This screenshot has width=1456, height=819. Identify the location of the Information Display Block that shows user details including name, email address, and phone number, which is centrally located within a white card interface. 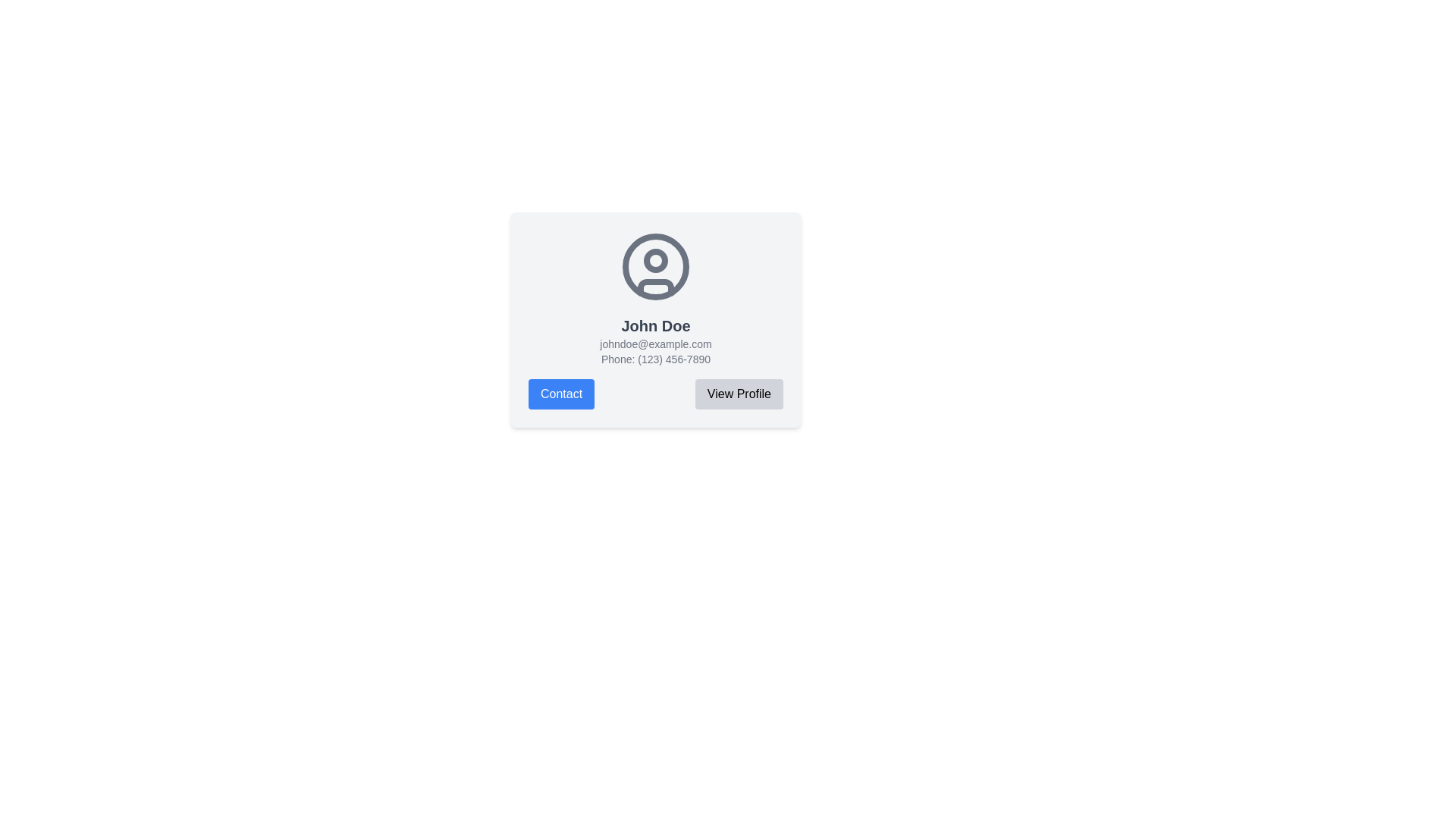
(655, 298).